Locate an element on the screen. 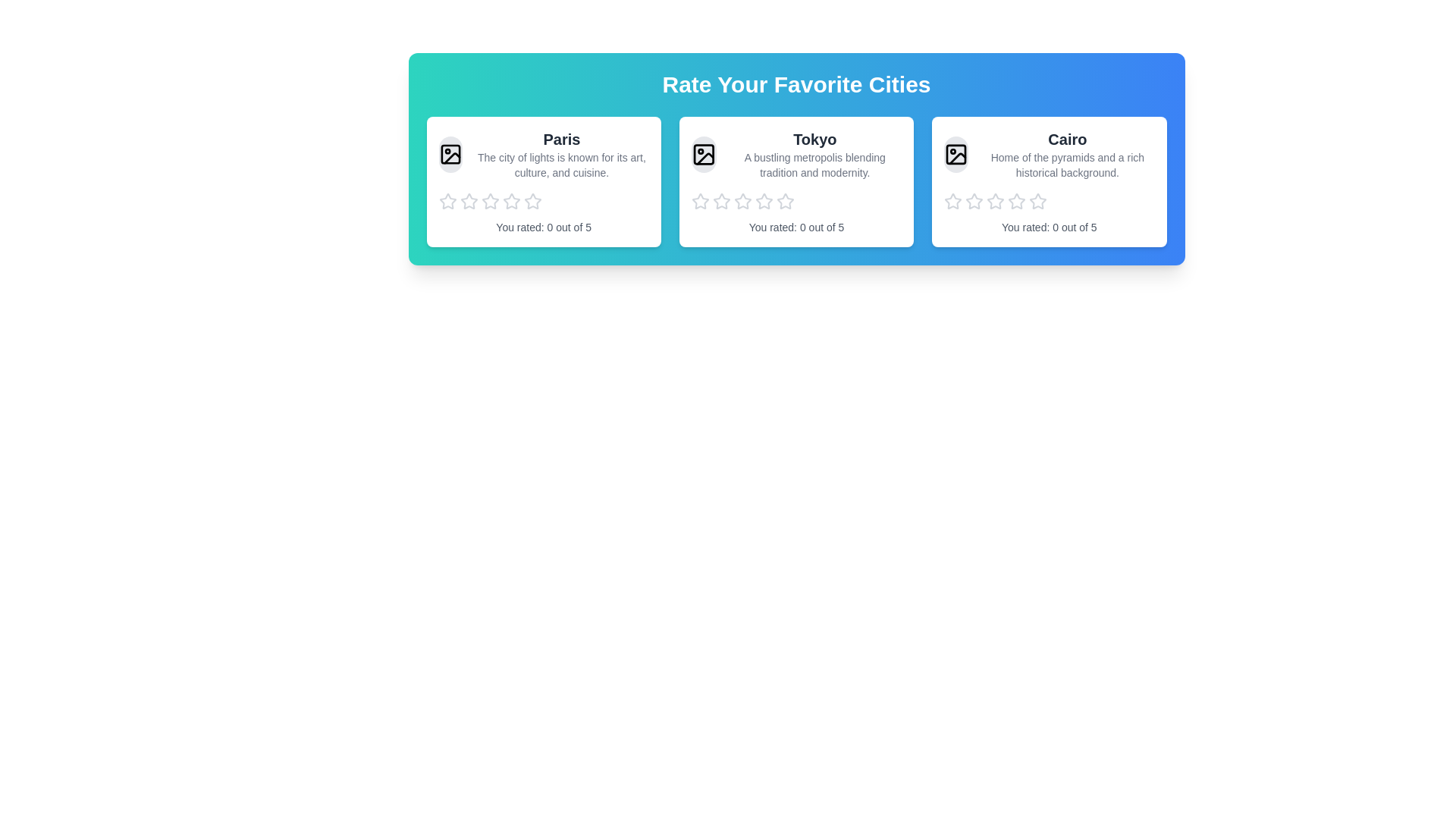 The width and height of the screenshot is (1456, 819). the decorative rectangle component that enhances the visual appearance of the 'Paris' card, located at the top left of the card is located at coordinates (450, 155).